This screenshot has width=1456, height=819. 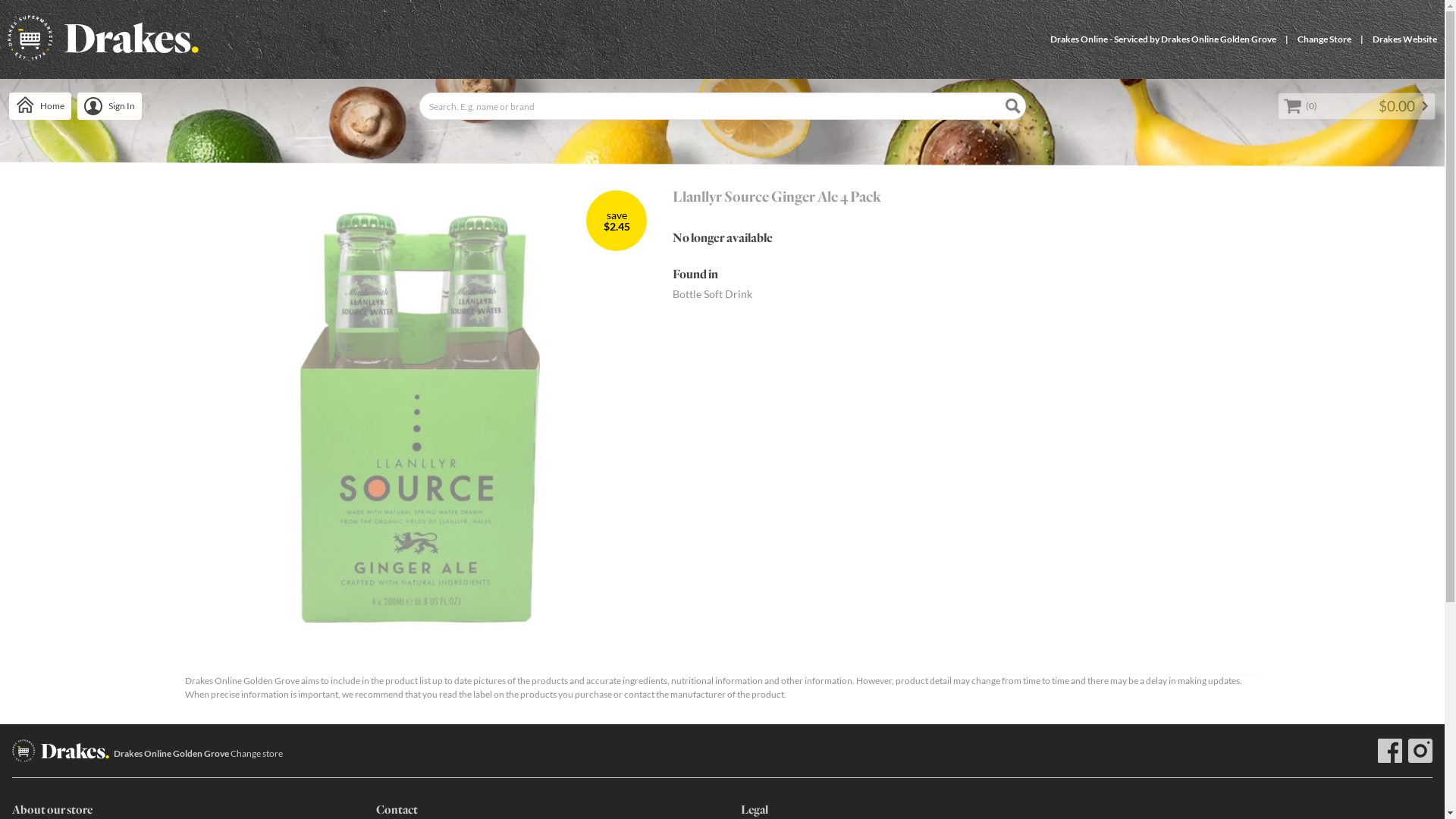 I want to click on 'Drakes Website', so click(x=1404, y=38).